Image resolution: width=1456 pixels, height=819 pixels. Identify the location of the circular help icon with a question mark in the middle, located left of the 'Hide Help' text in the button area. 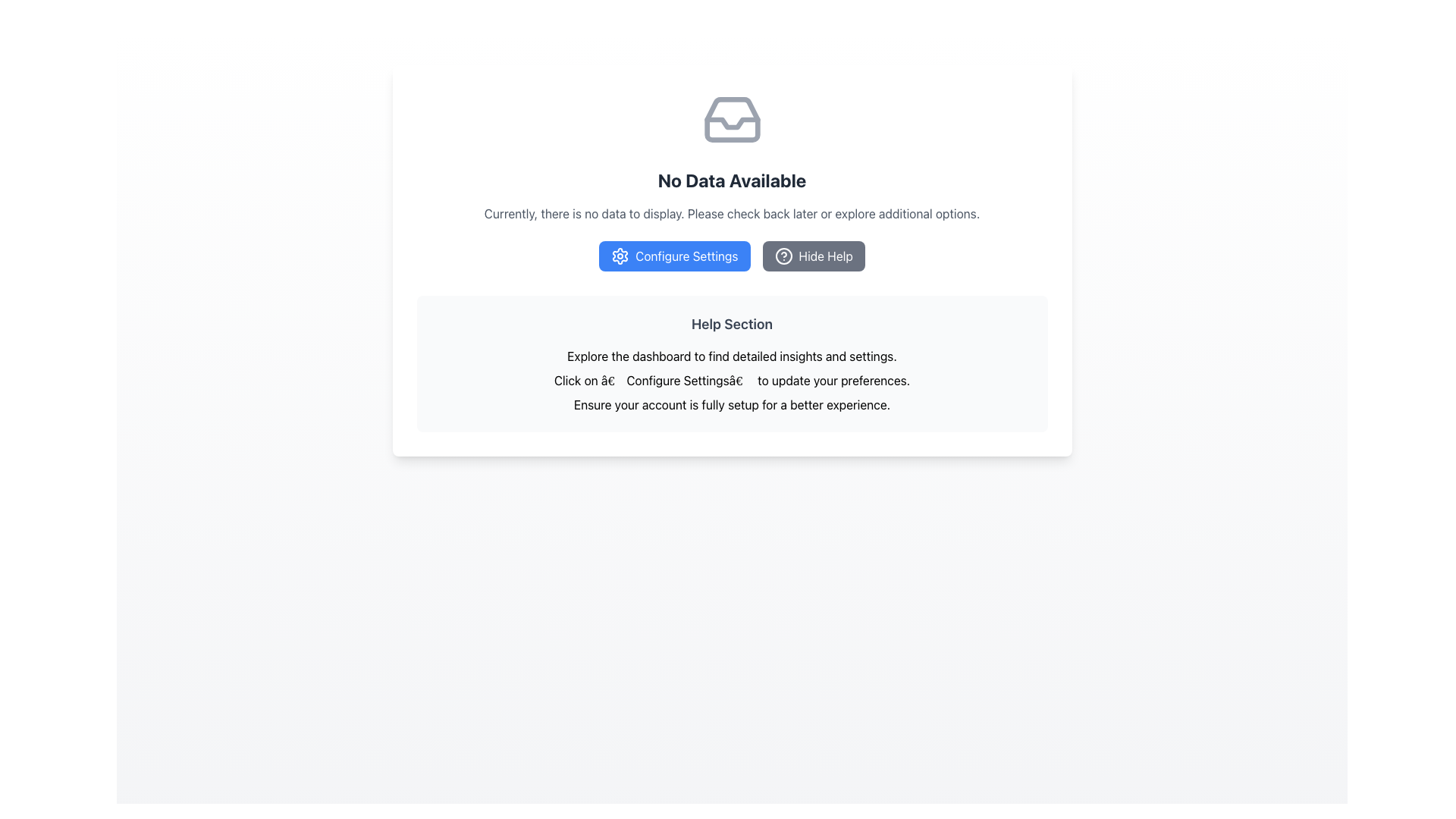
(783, 256).